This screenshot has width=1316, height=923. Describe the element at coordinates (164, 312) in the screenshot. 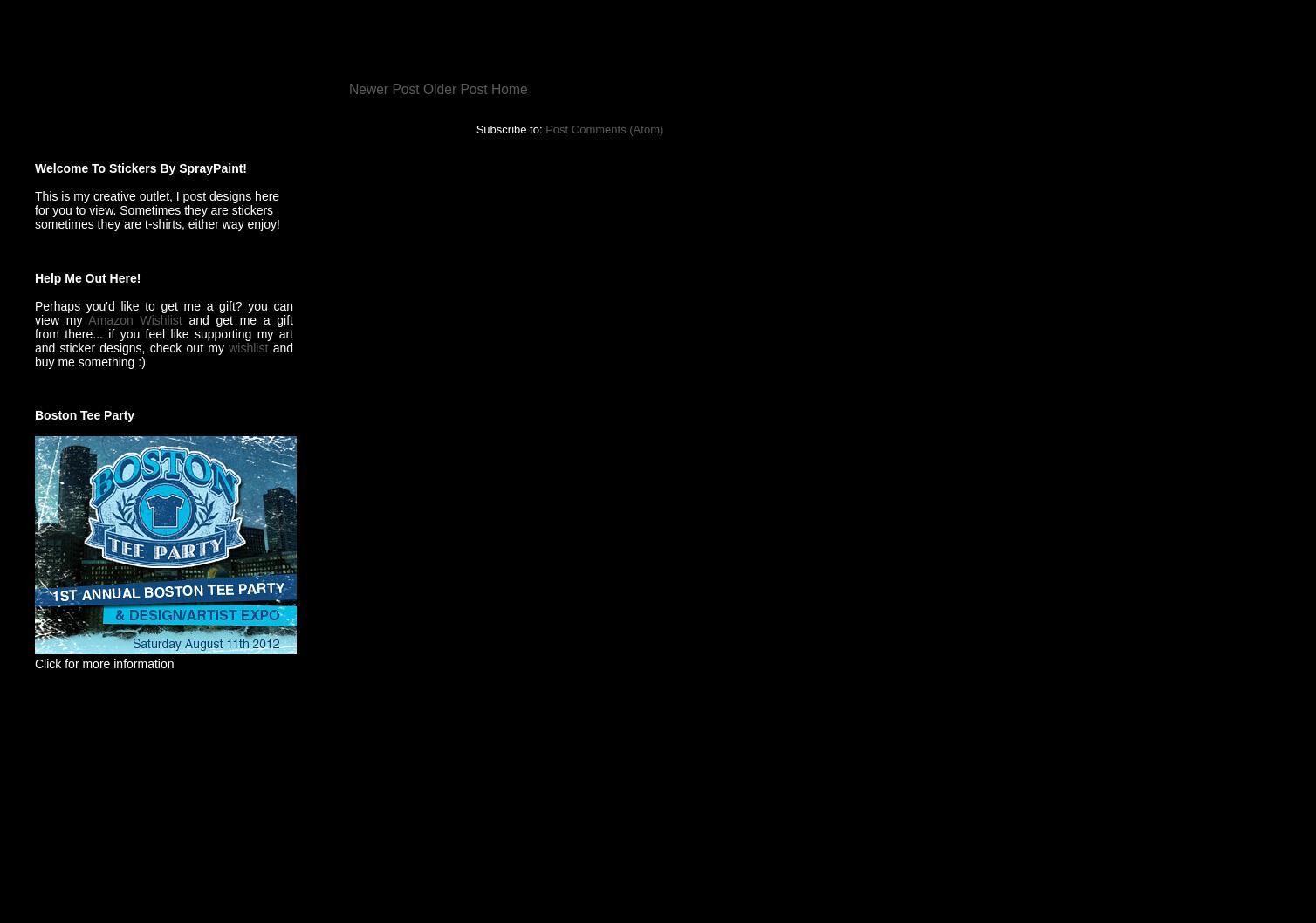

I see `'Perhaps you'd like to get me a gift? you can view my'` at that location.